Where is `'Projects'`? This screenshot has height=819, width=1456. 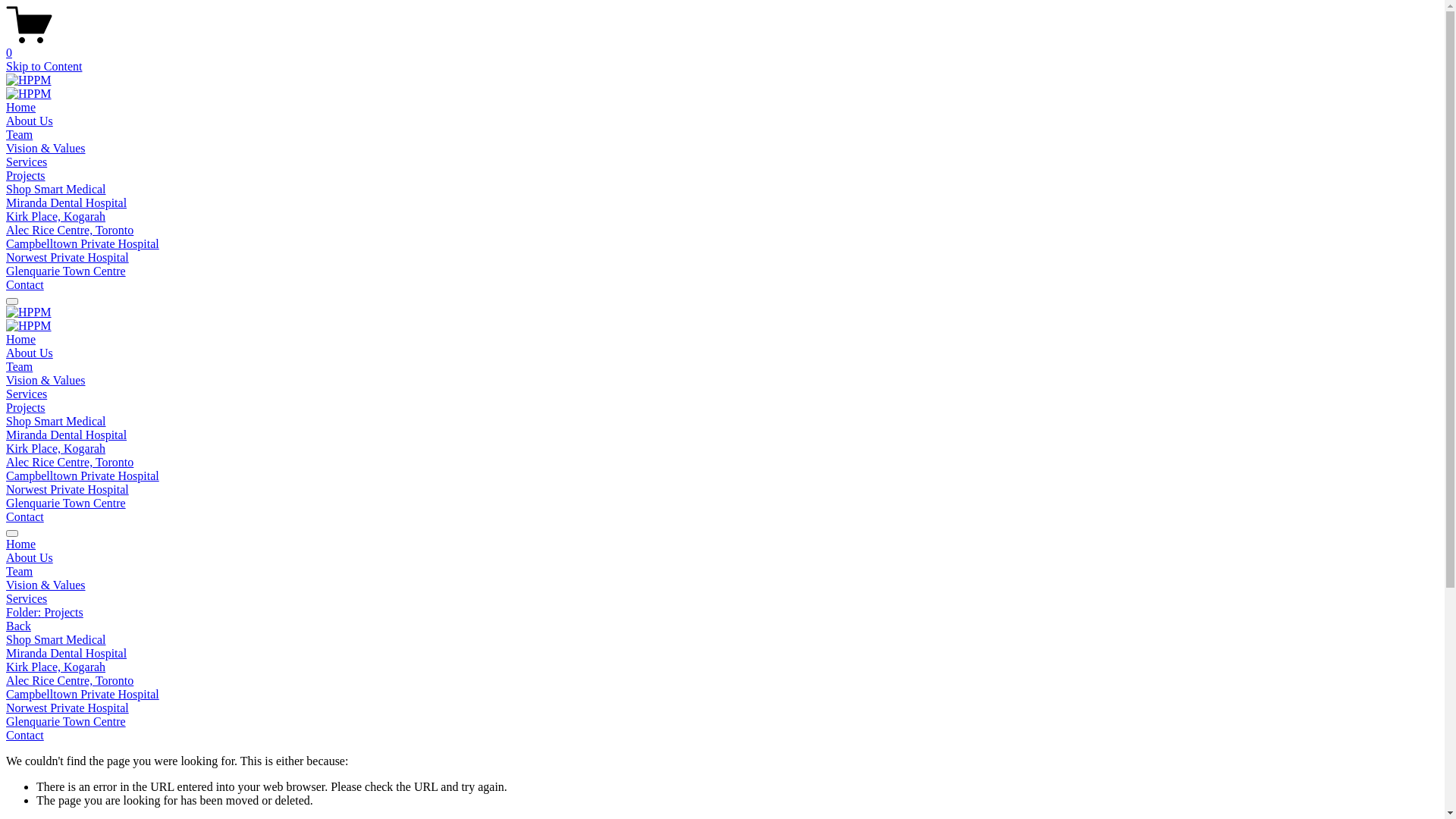
'Projects' is located at coordinates (25, 174).